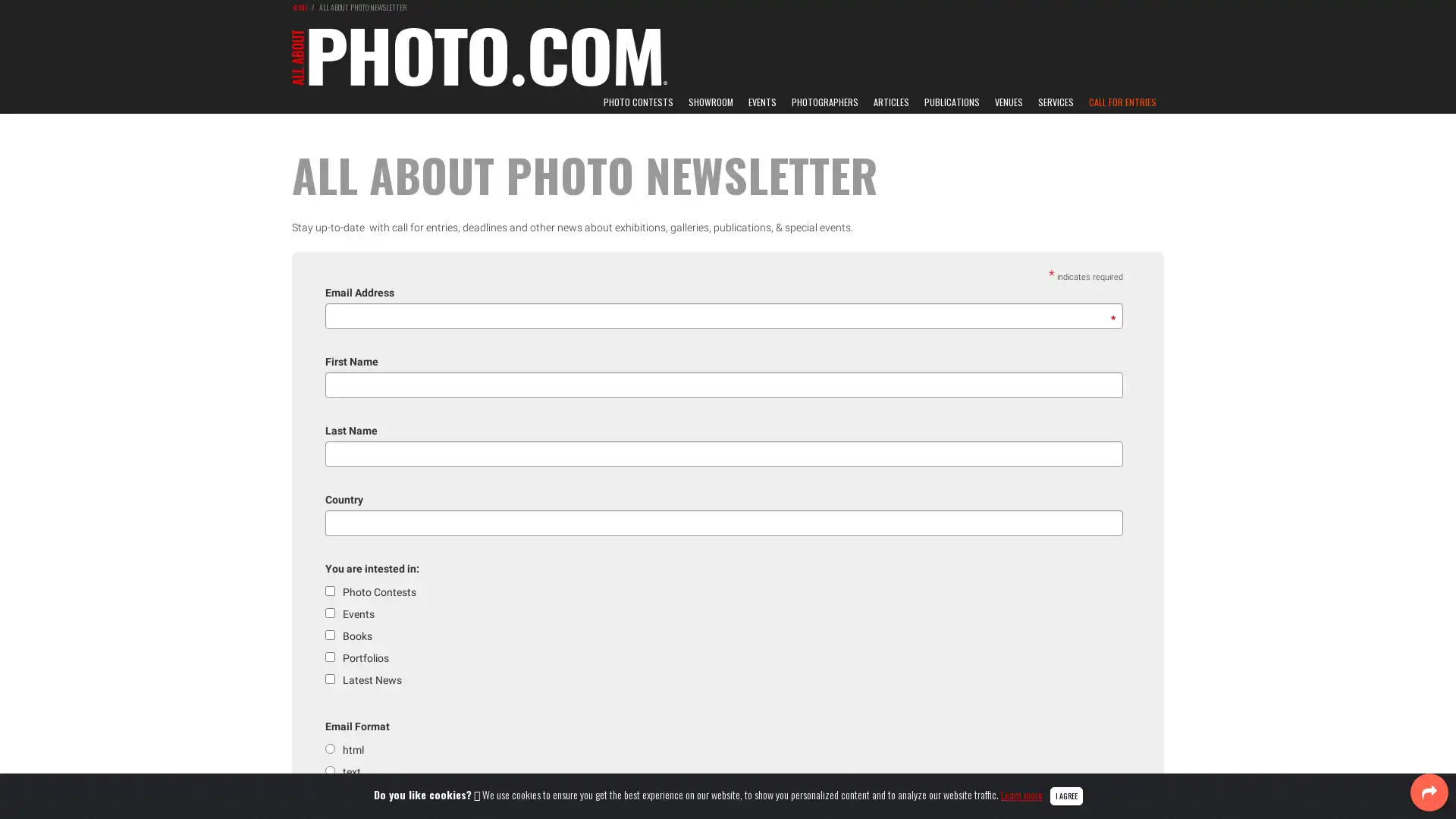 This screenshot has height=819, width=1456. What do you see at coordinates (762, 102) in the screenshot?
I see `EVENTS` at bounding box center [762, 102].